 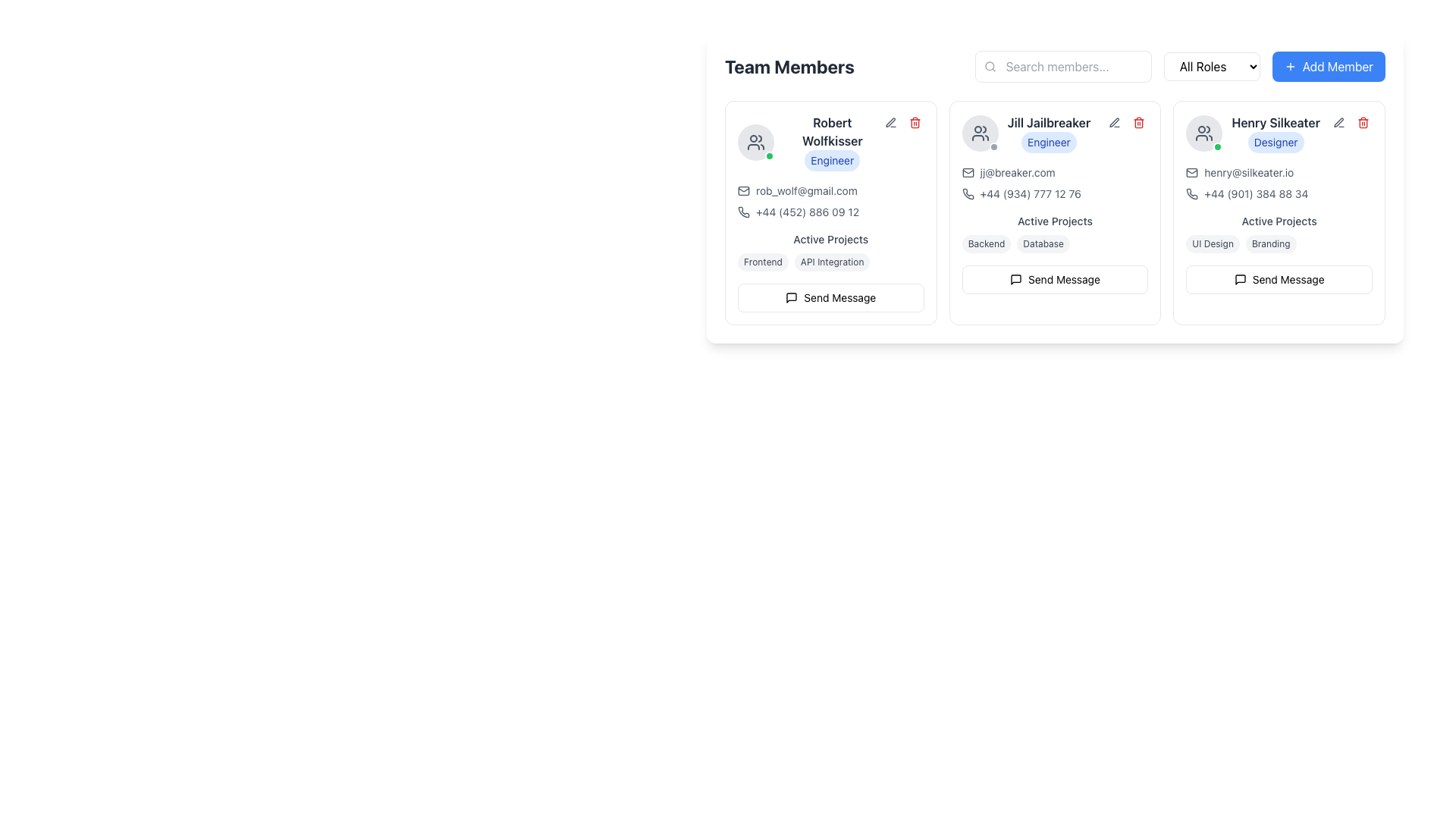 I want to click on the circular SVG element that represents the magnifying glass icon, which is part of the search functionality in the search bar at the top of the interface, so click(x=989, y=65).